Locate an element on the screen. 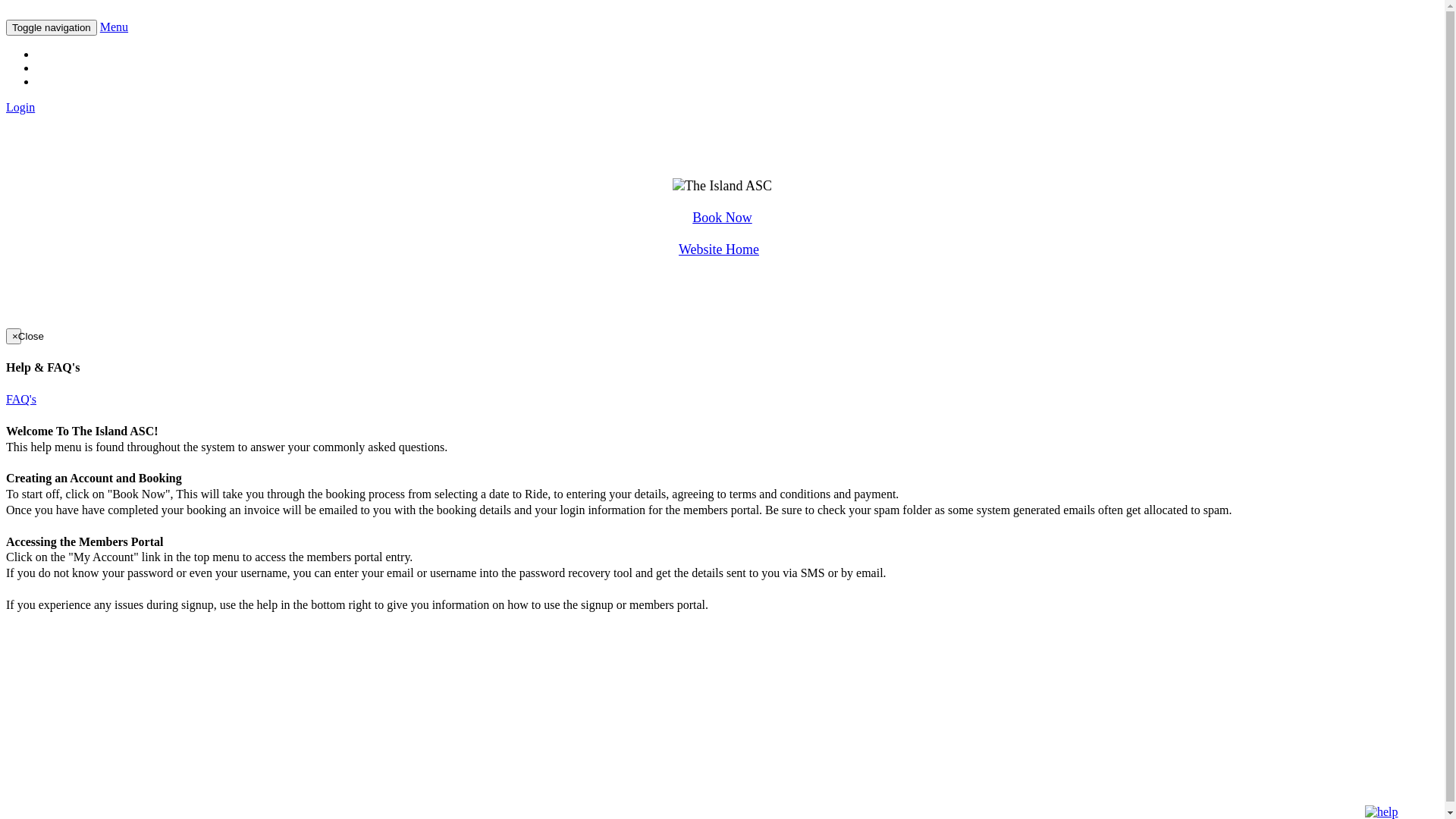  'Book Now' is located at coordinates (721, 217).